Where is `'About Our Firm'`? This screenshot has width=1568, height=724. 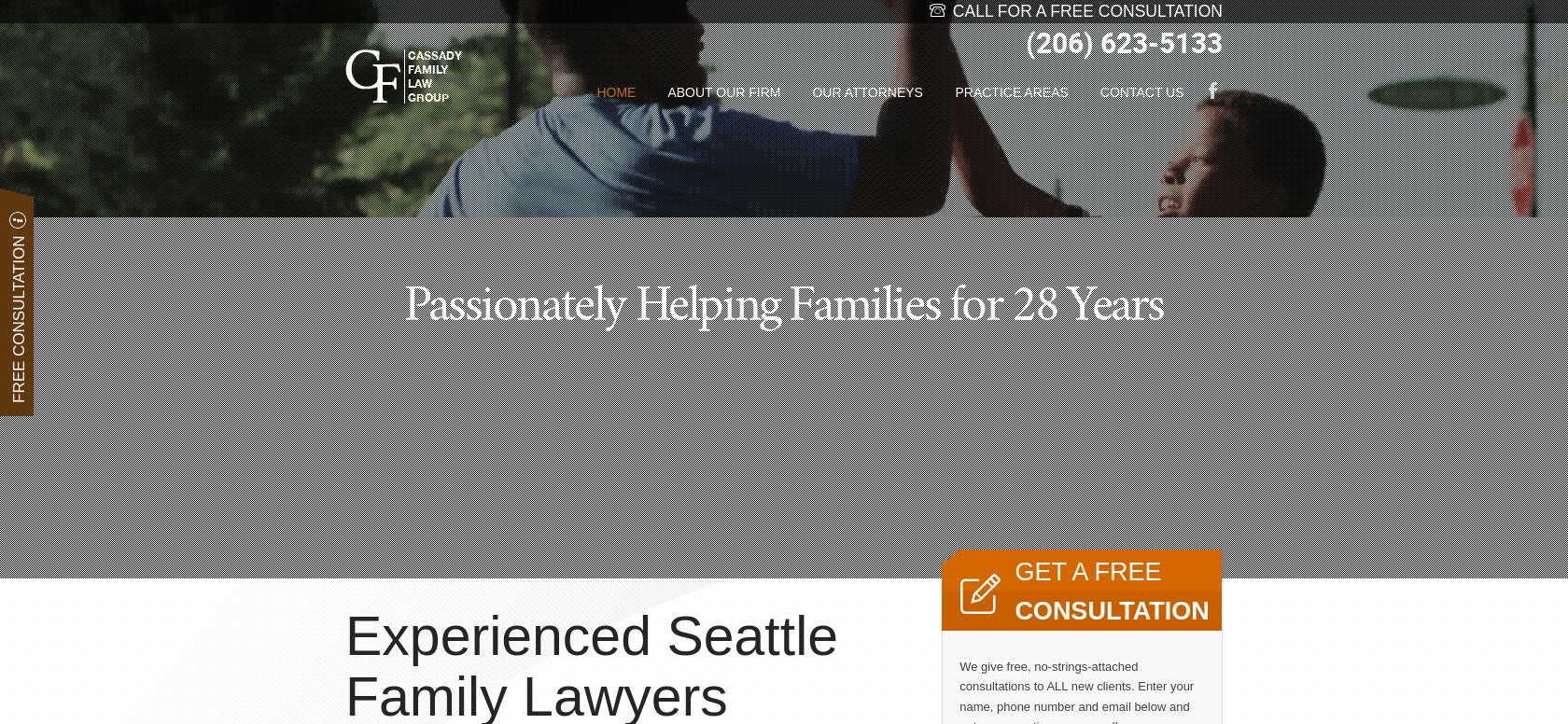 'About Our Firm' is located at coordinates (723, 92).